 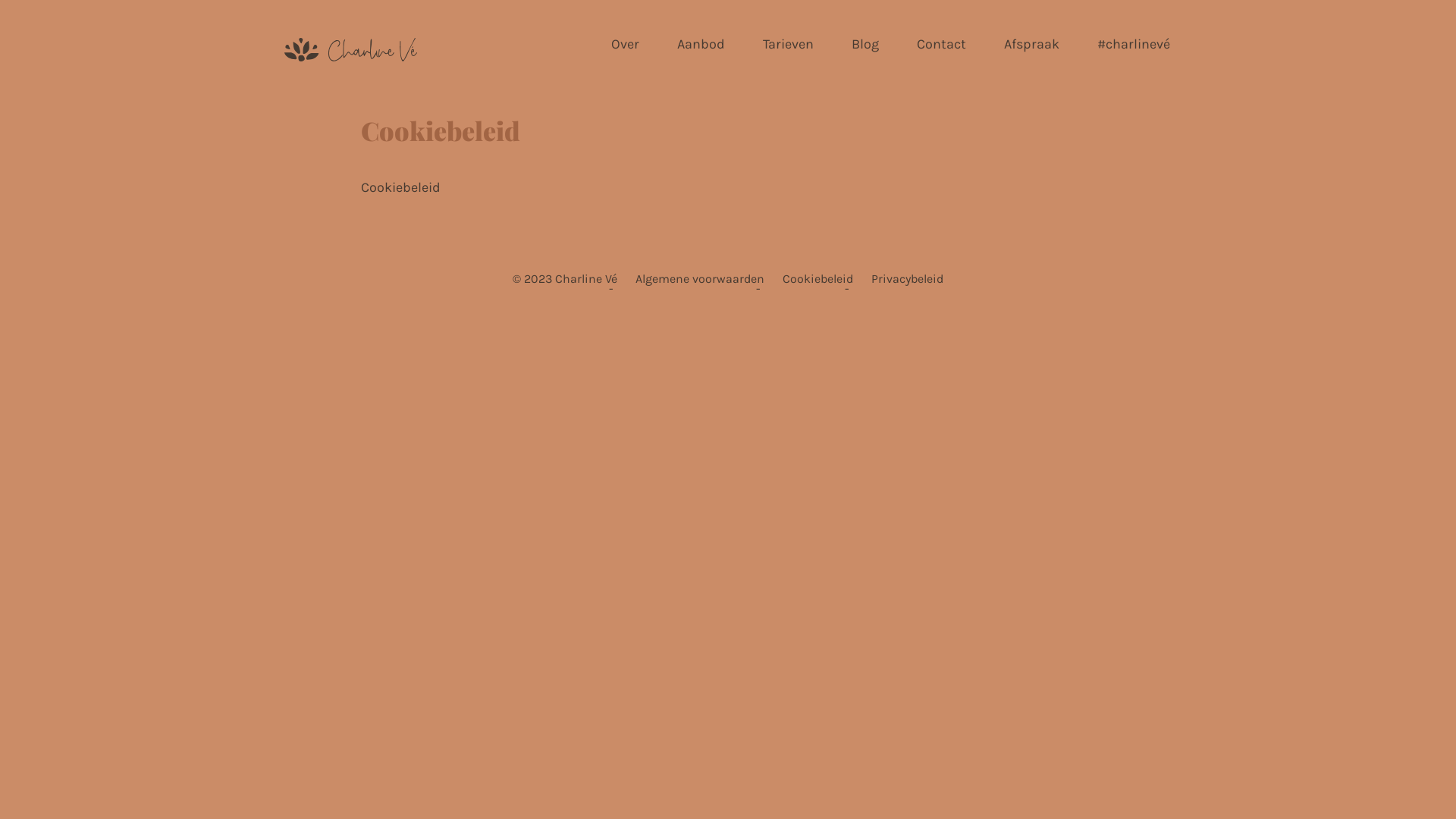 I want to click on 'Algemene voorwaarden', so click(x=698, y=278).